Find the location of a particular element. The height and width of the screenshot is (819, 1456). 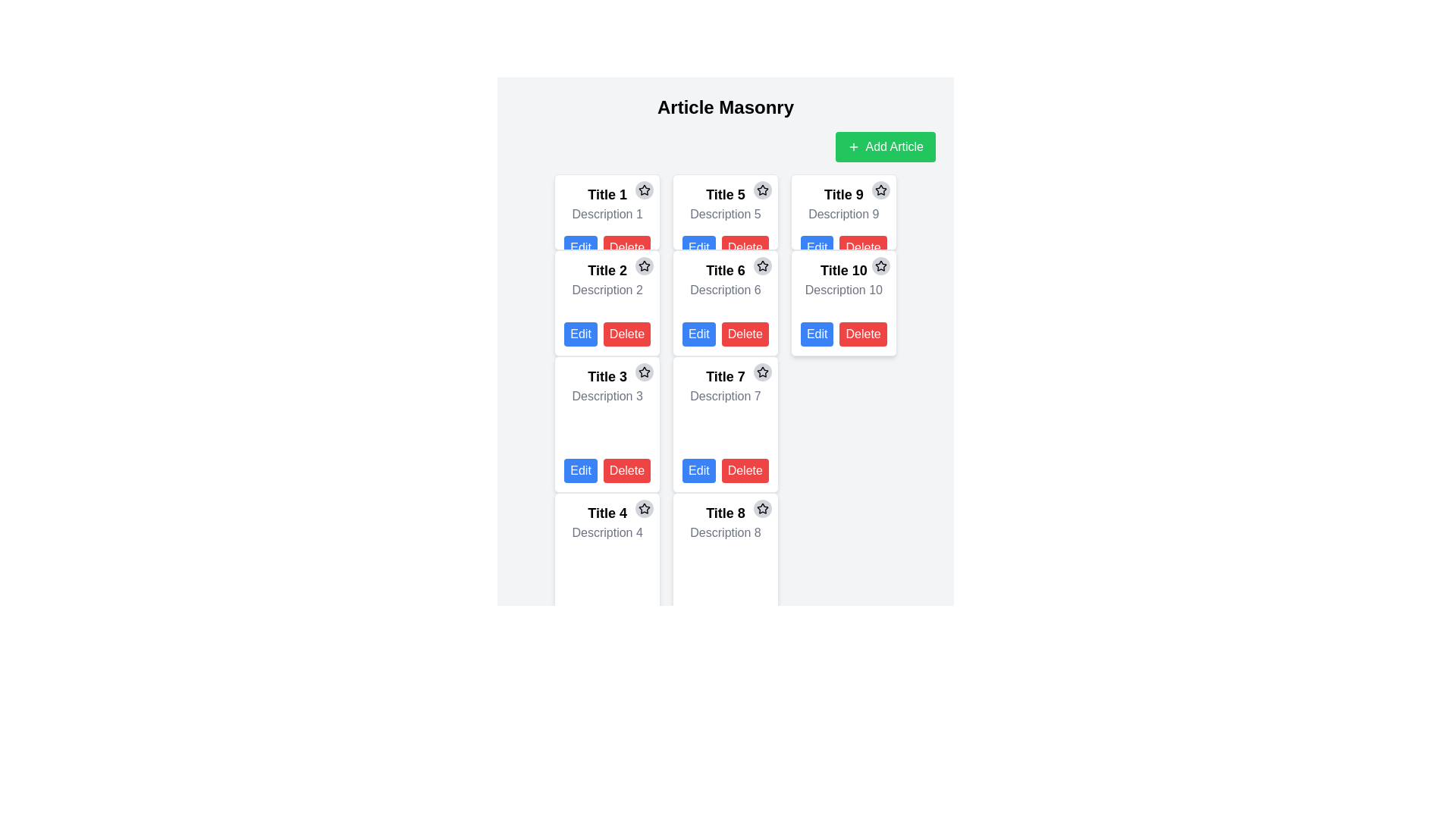

the 'Delete' button located in the bottom-right section of the card component is located at coordinates (626, 470).